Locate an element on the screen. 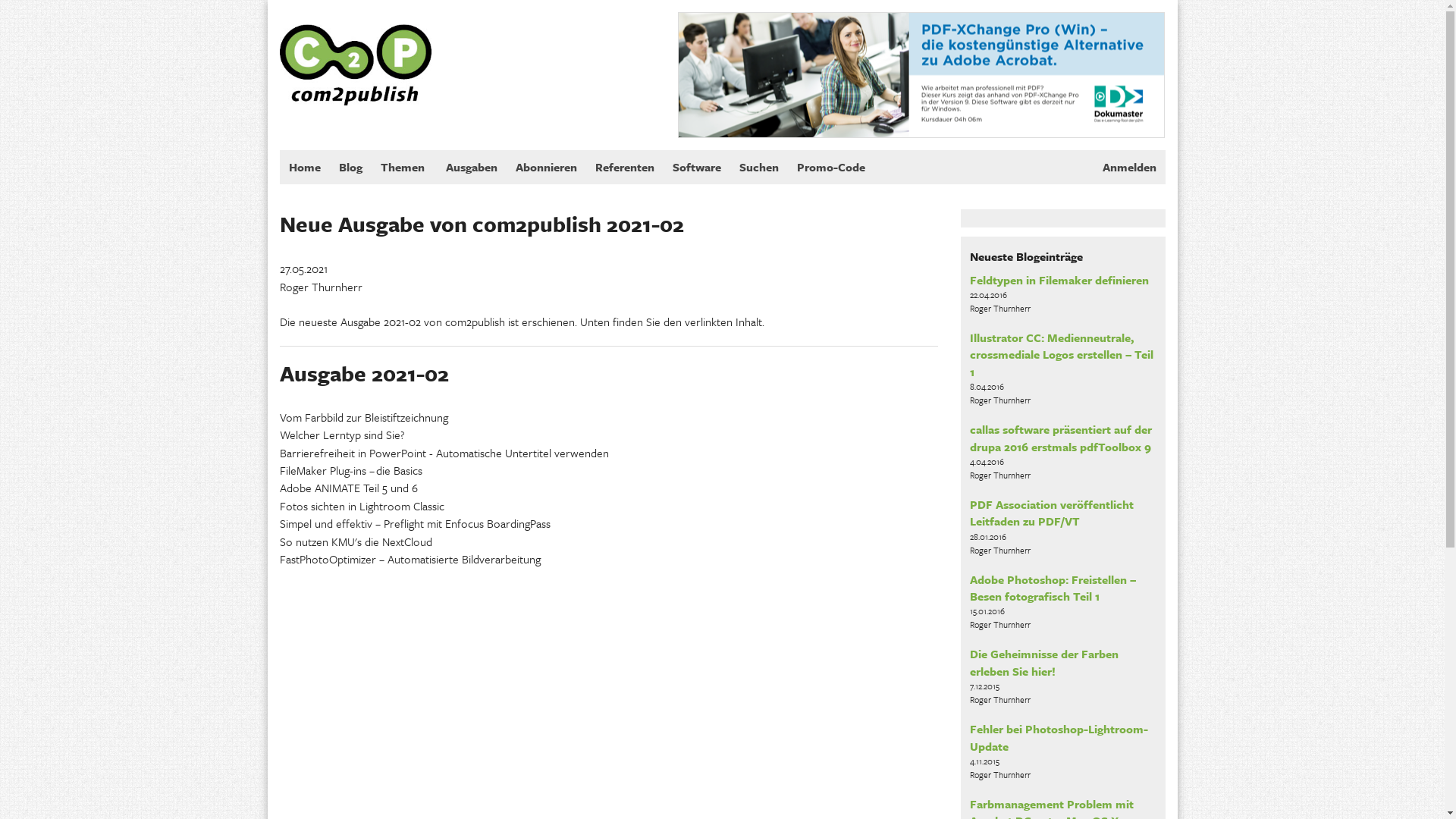  'com2publish Startseite' is located at coordinates (354, 51).